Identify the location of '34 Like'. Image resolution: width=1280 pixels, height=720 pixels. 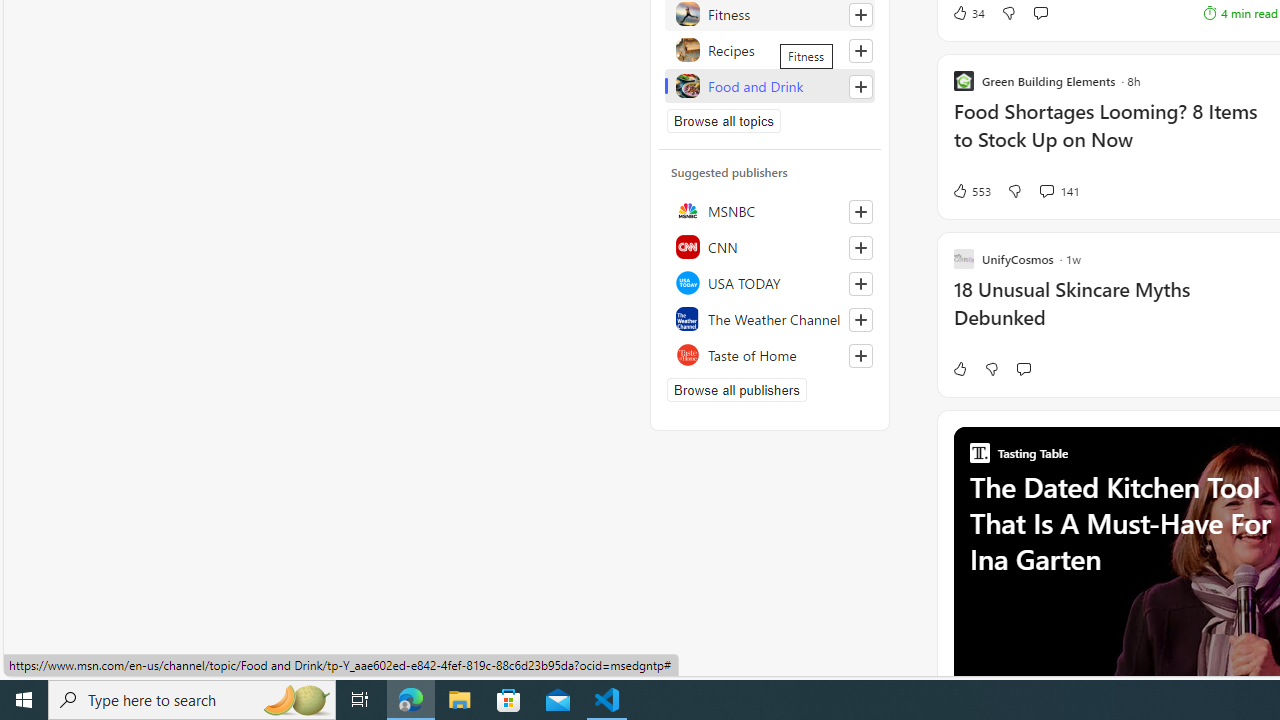
(968, 12).